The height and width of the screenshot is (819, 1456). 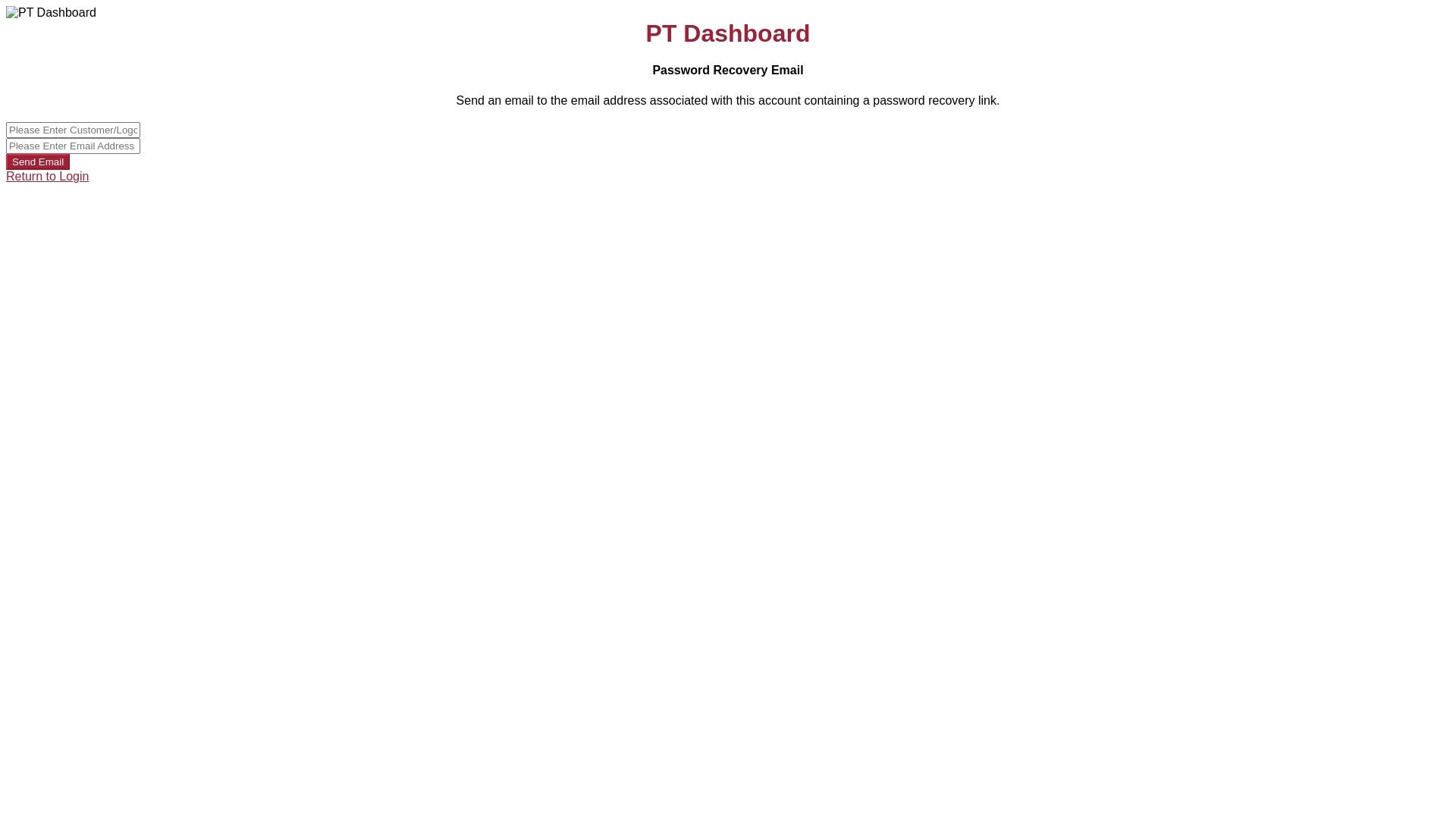 What do you see at coordinates (47, 175) in the screenshot?
I see `'Return to Login'` at bounding box center [47, 175].